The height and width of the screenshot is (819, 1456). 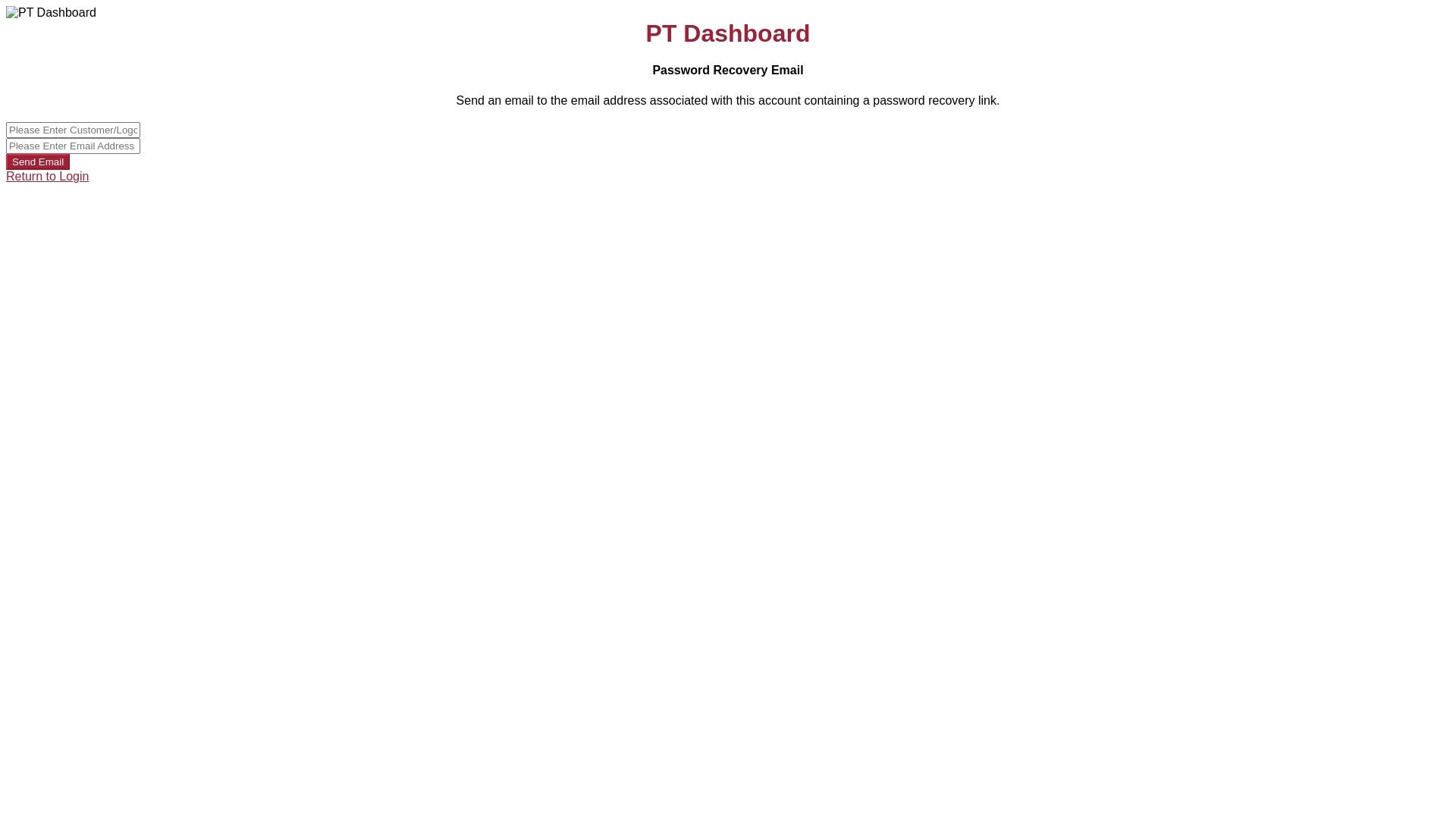 What do you see at coordinates (47, 175) in the screenshot?
I see `'Return to Login'` at bounding box center [47, 175].